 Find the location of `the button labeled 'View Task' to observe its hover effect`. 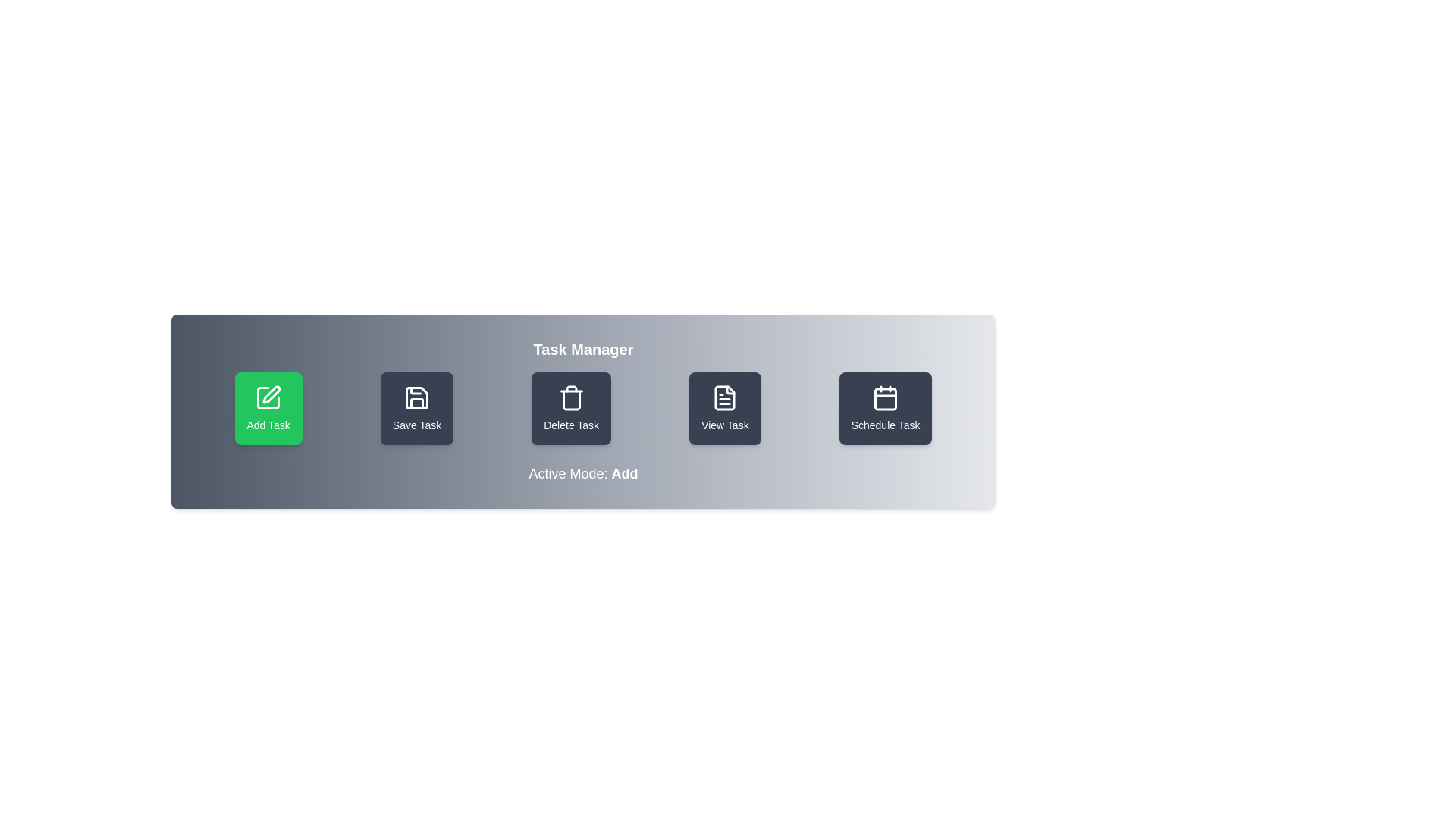

the button labeled 'View Task' to observe its hover effect is located at coordinates (723, 408).